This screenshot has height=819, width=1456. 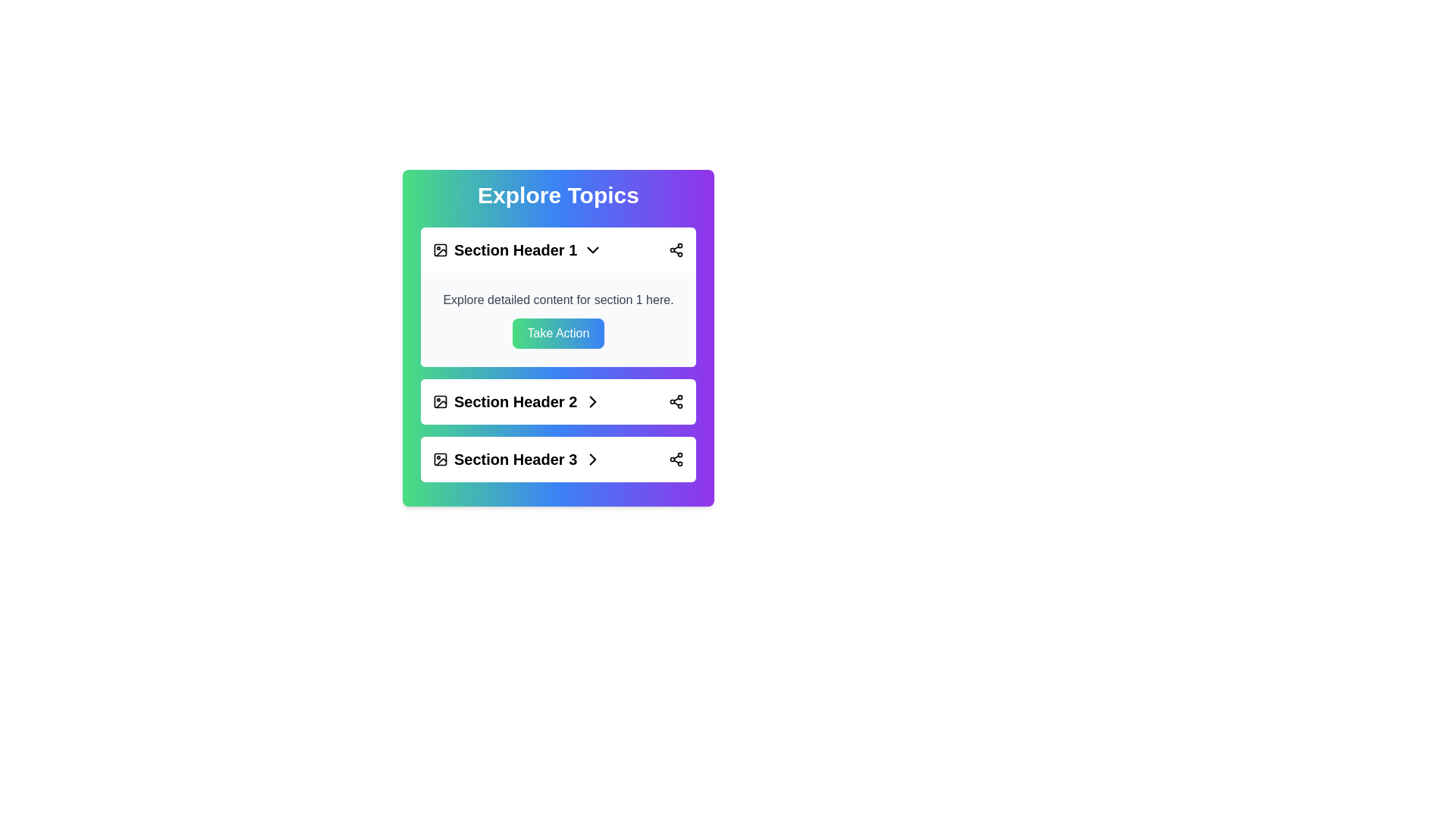 What do you see at coordinates (557, 249) in the screenshot?
I see `the Collapsible Header` at bounding box center [557, 249].